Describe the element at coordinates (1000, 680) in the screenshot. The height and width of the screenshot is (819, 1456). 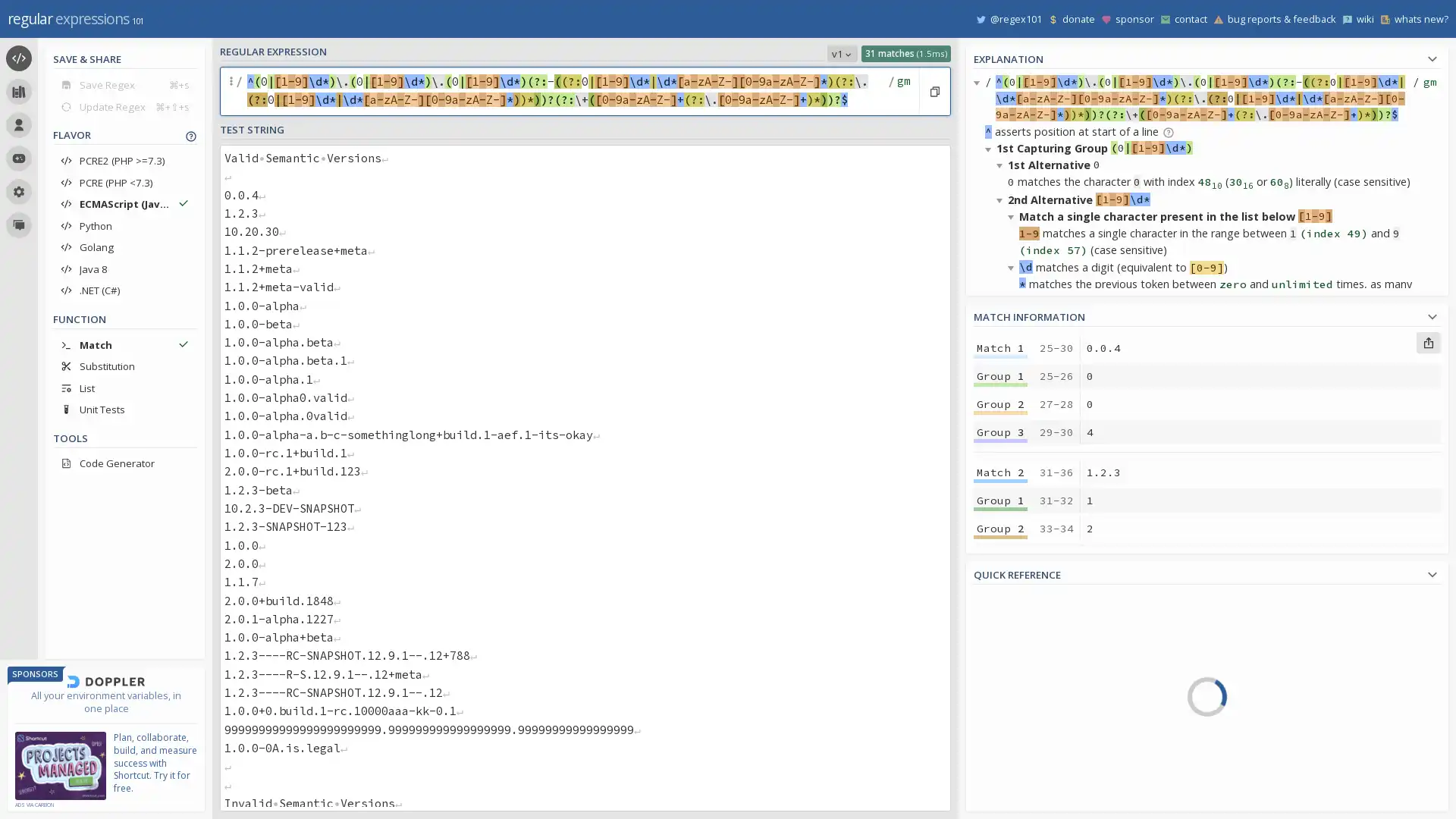
I see `Group 3` at that location.